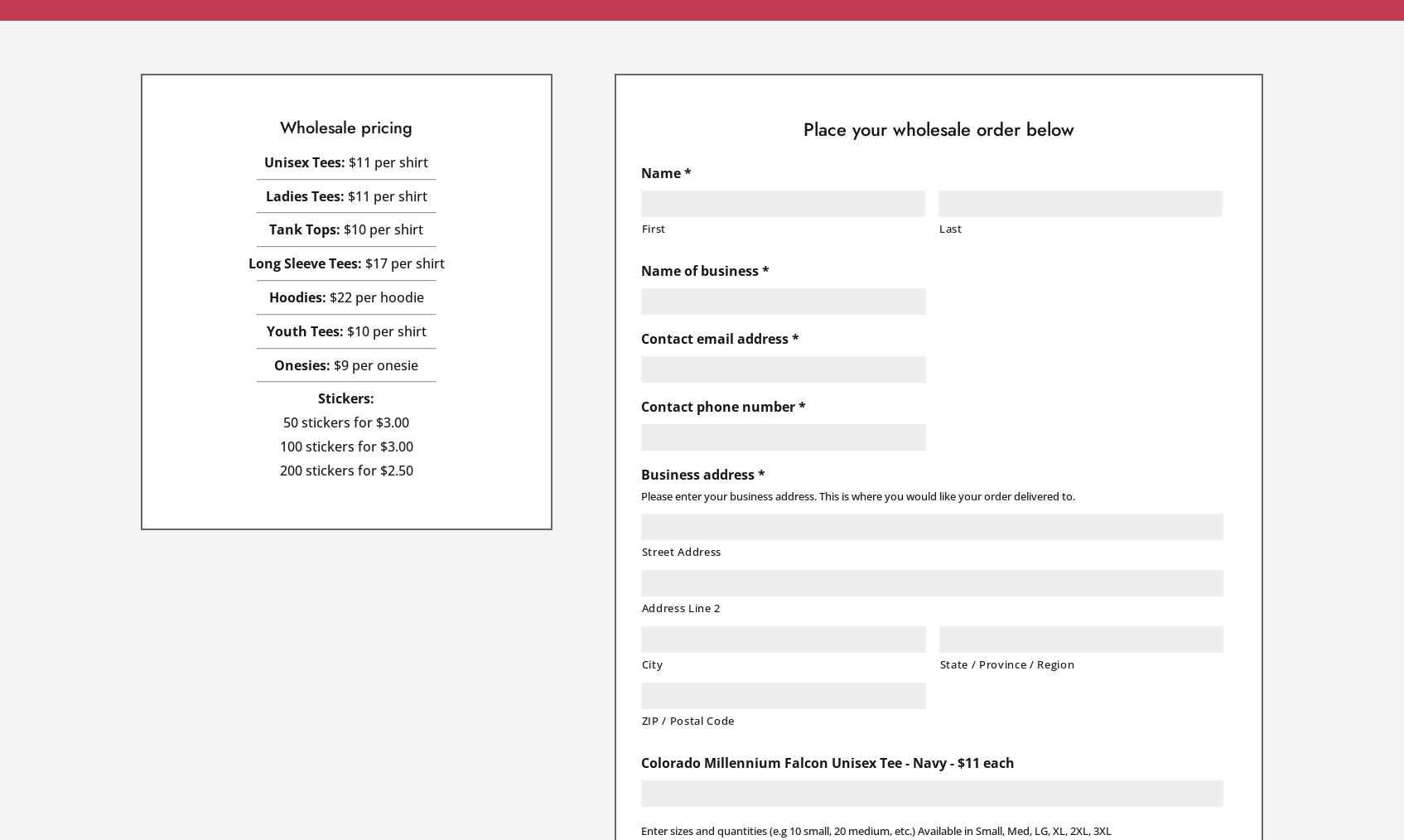  I want to click on '$17 per shirt', so click(401, 263).